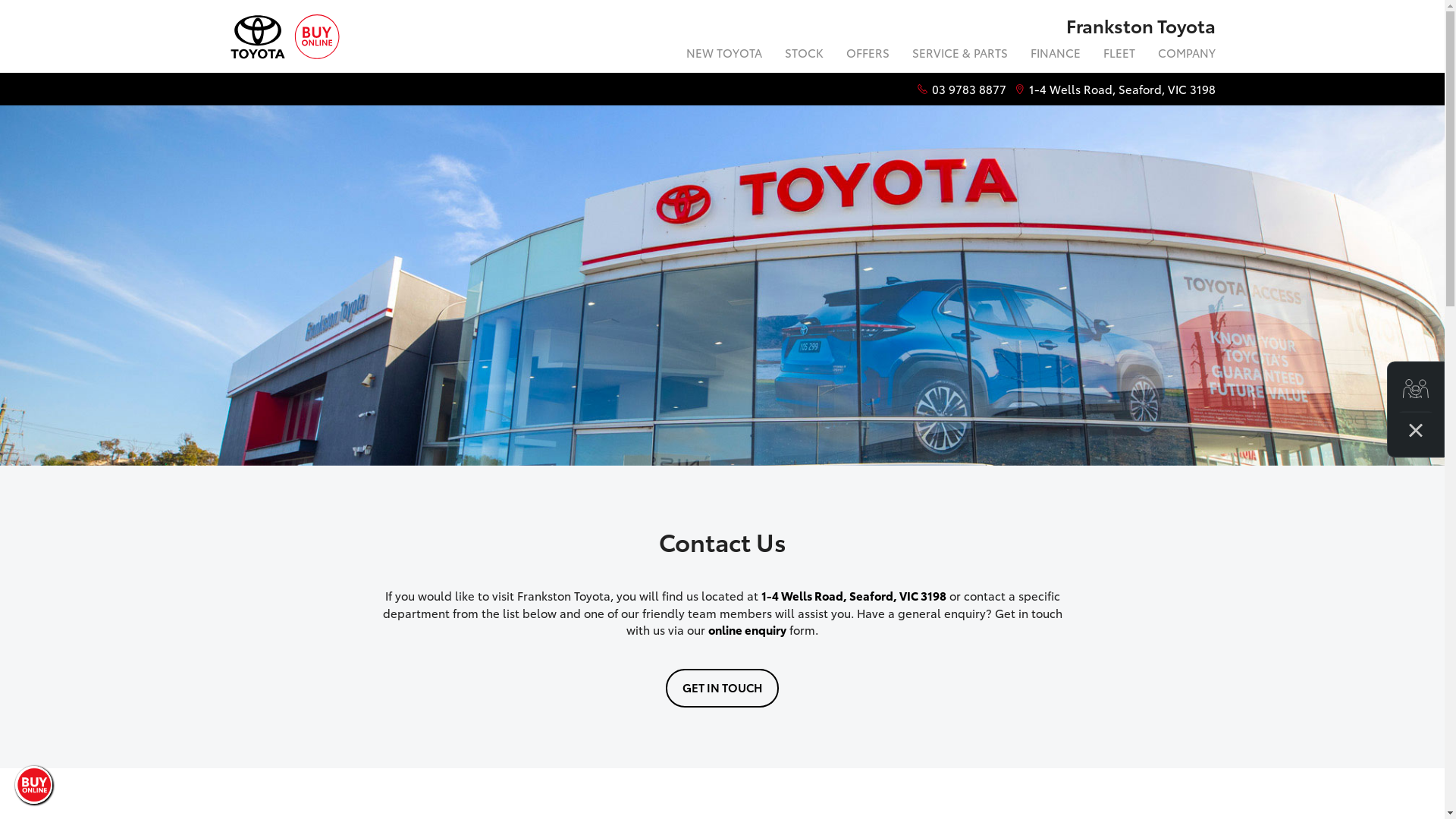 The image size is (1456, 819). What do you see at coordinates (747, 629) in the screenshot?
I see `'online enquiry'` at bounding box center [747, 629].